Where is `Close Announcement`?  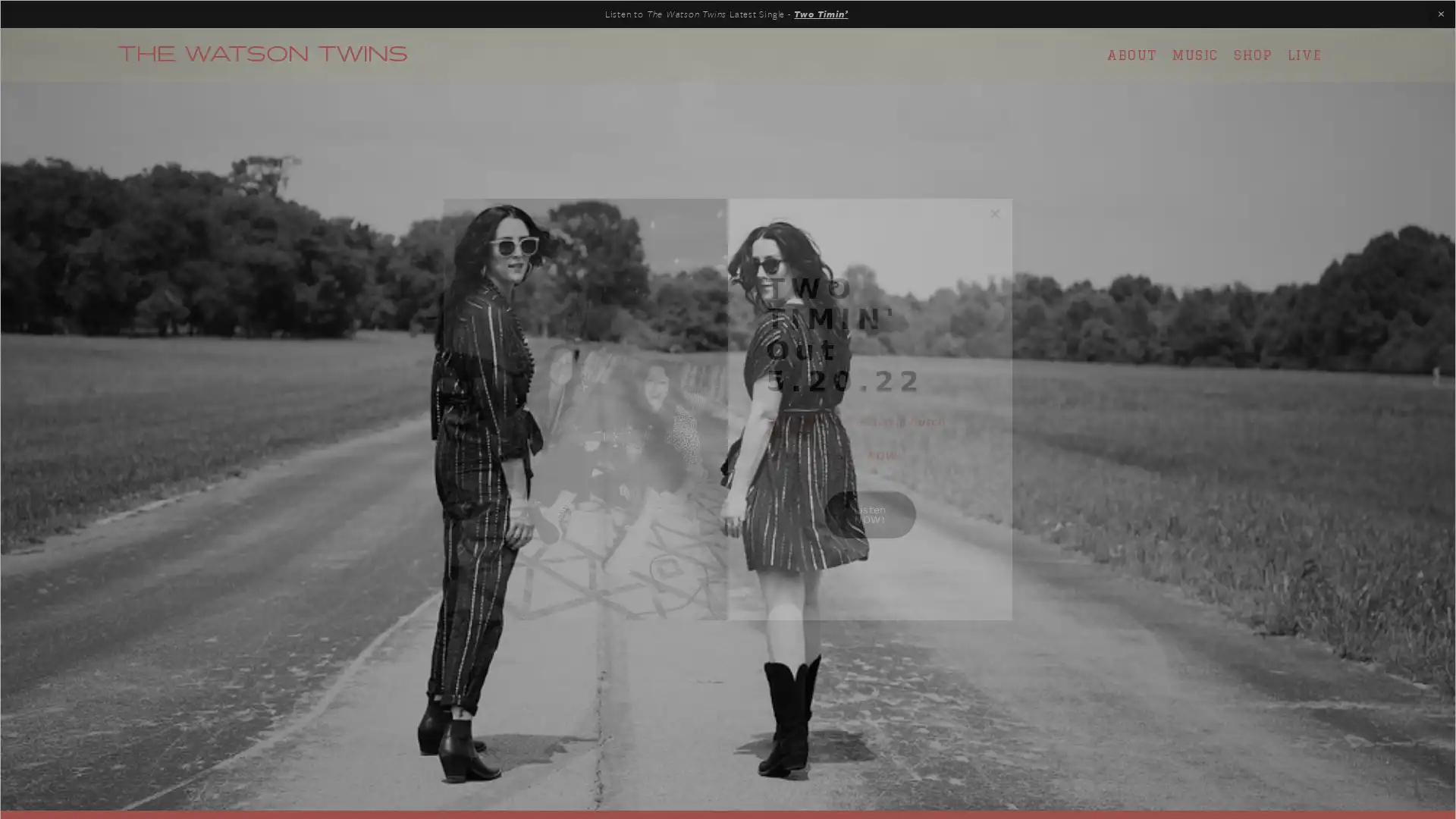
Close Announcement is located at coordinates (1440, 14).